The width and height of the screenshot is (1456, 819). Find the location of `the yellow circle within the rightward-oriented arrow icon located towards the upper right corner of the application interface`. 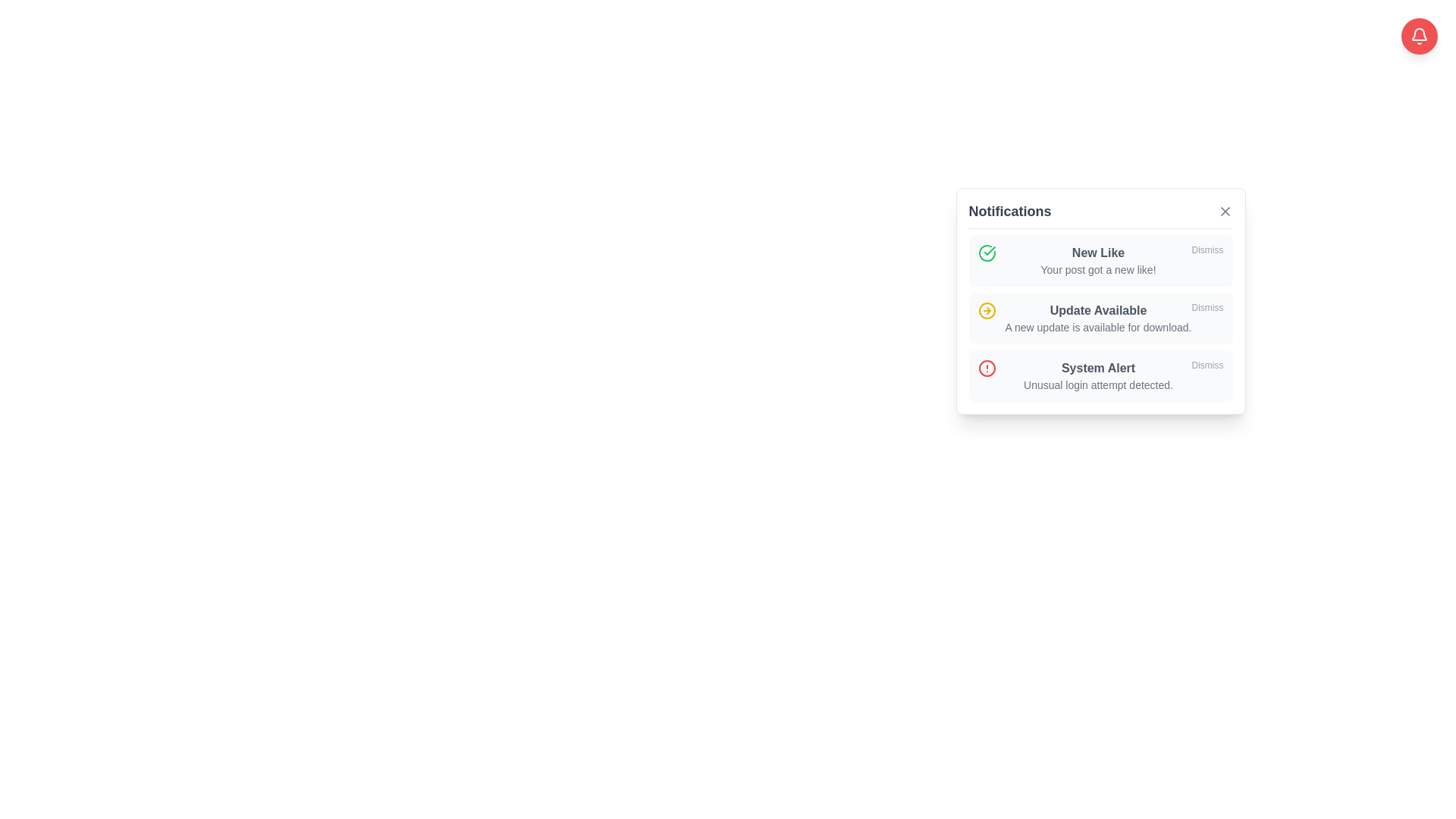

the yellow circle within the rightward-oriented arrow icon located towards the upper right corner of the application interface is located at coordinates (987, 309).